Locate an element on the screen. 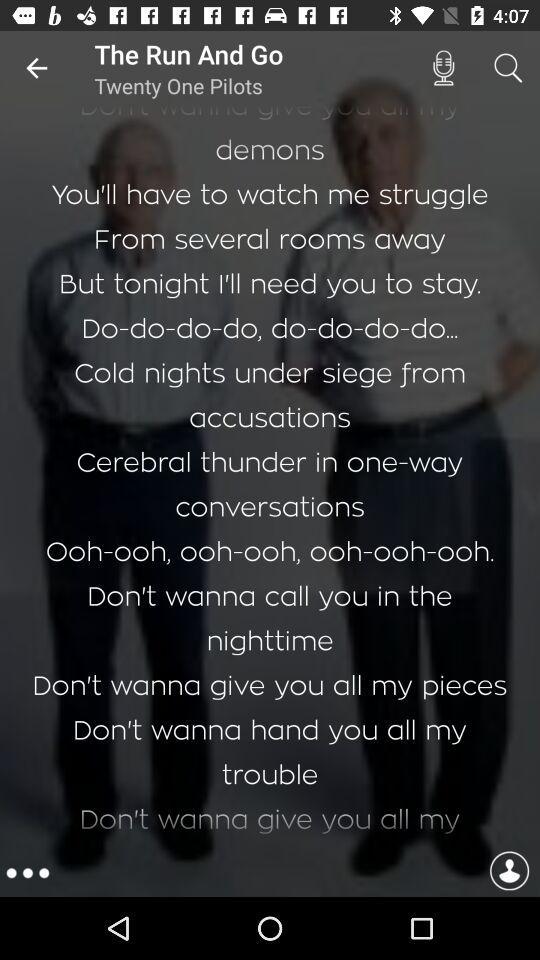 Image resolution: width=540 pixels, height=960 pixels. the i can t is located at coordinates (270, 477).